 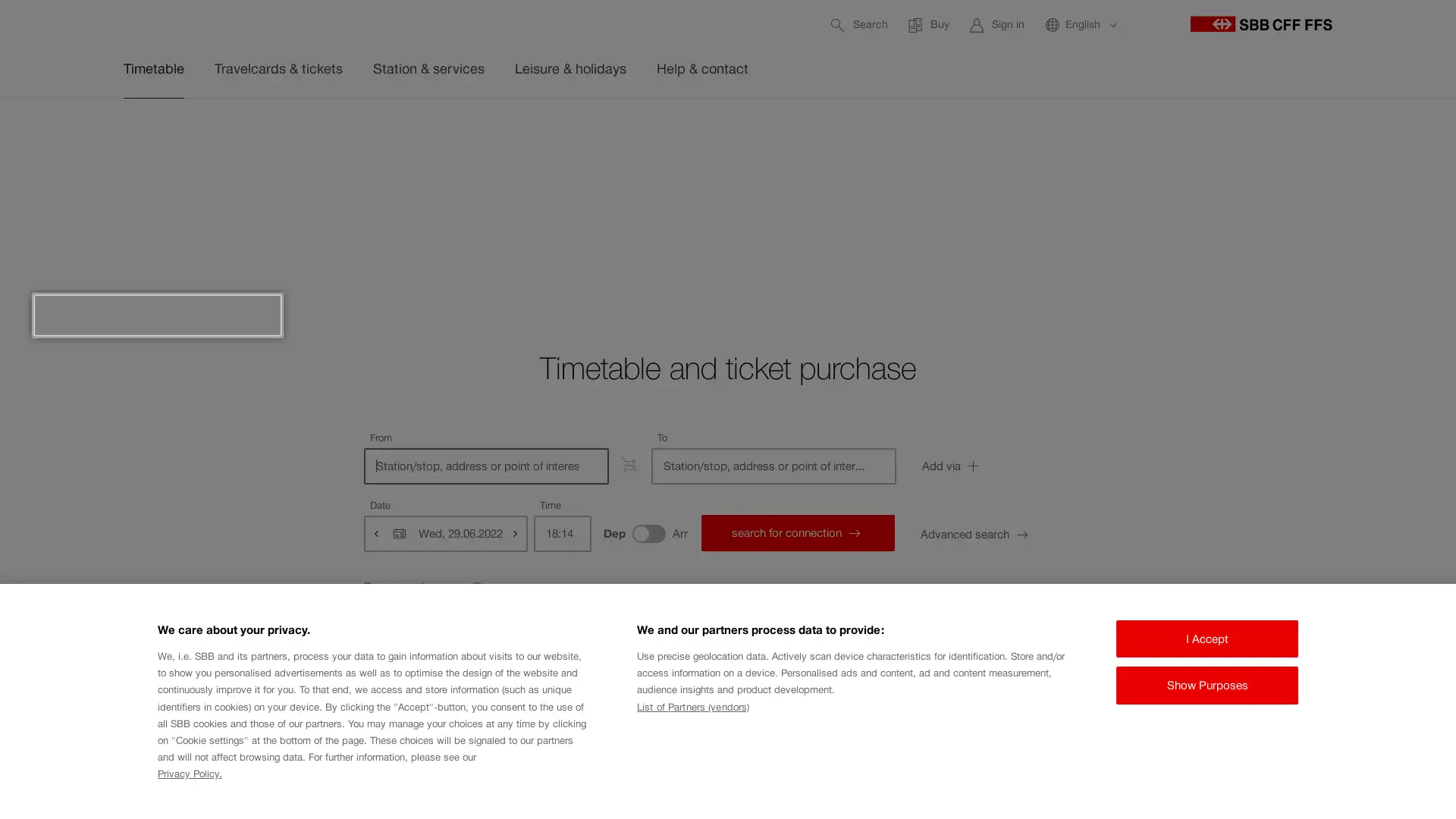 I want to click on Show Purposes, so click(x=1207, y=685).